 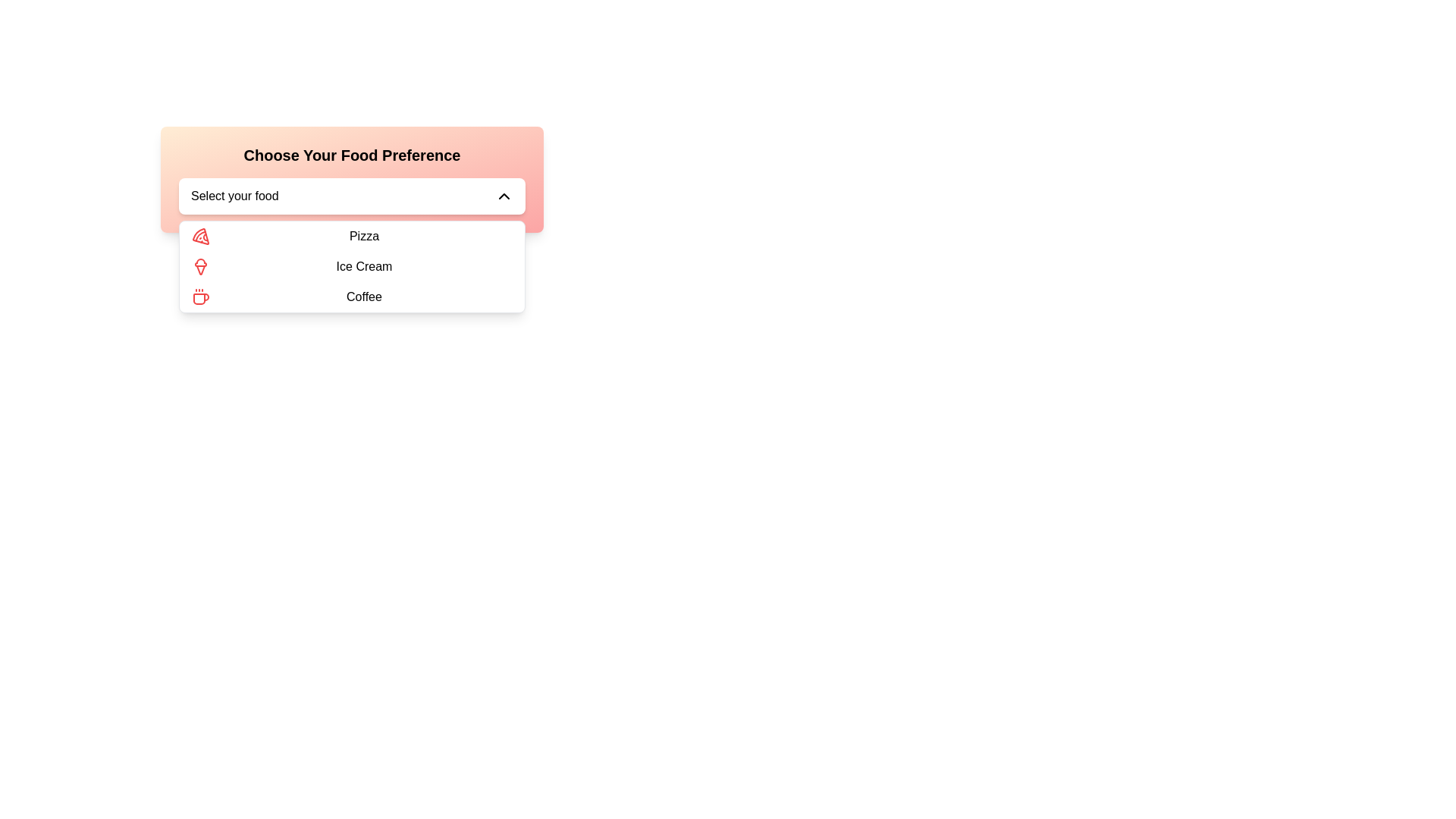 I want to click on the text label in the second row of the dropdown menu, which is centered beneath the title 'Choose Your Food Preference', so click(x=364, y=265).